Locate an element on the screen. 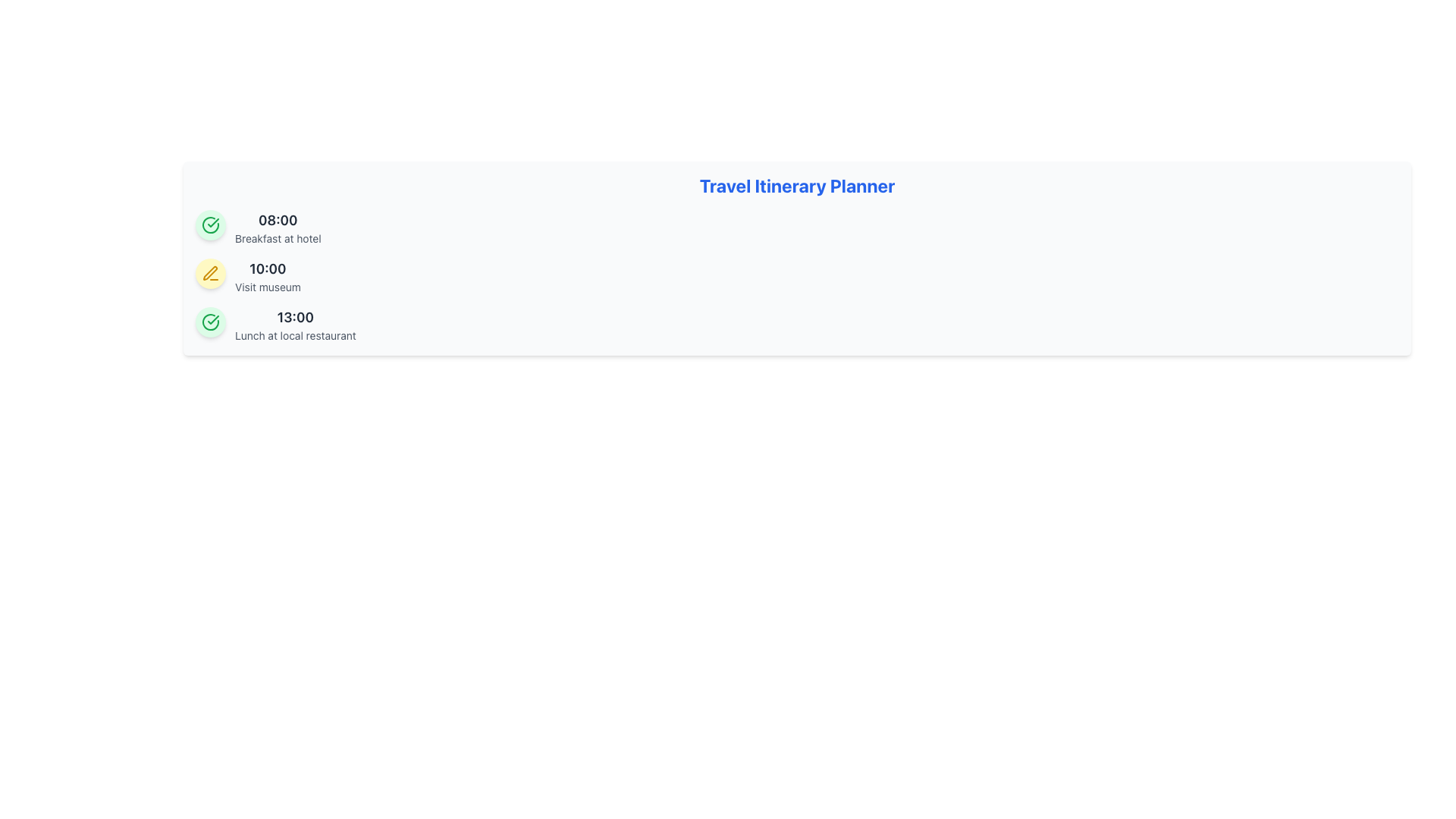 Image resolution: width=1456 pixels, height=819 pixels. the upper curved line segment of the checklist icon, which has a green stroke and is located near the green circular background, aligning with '13:00' and 'Lunch at local restaurant' is located at coordinates (210, 321).